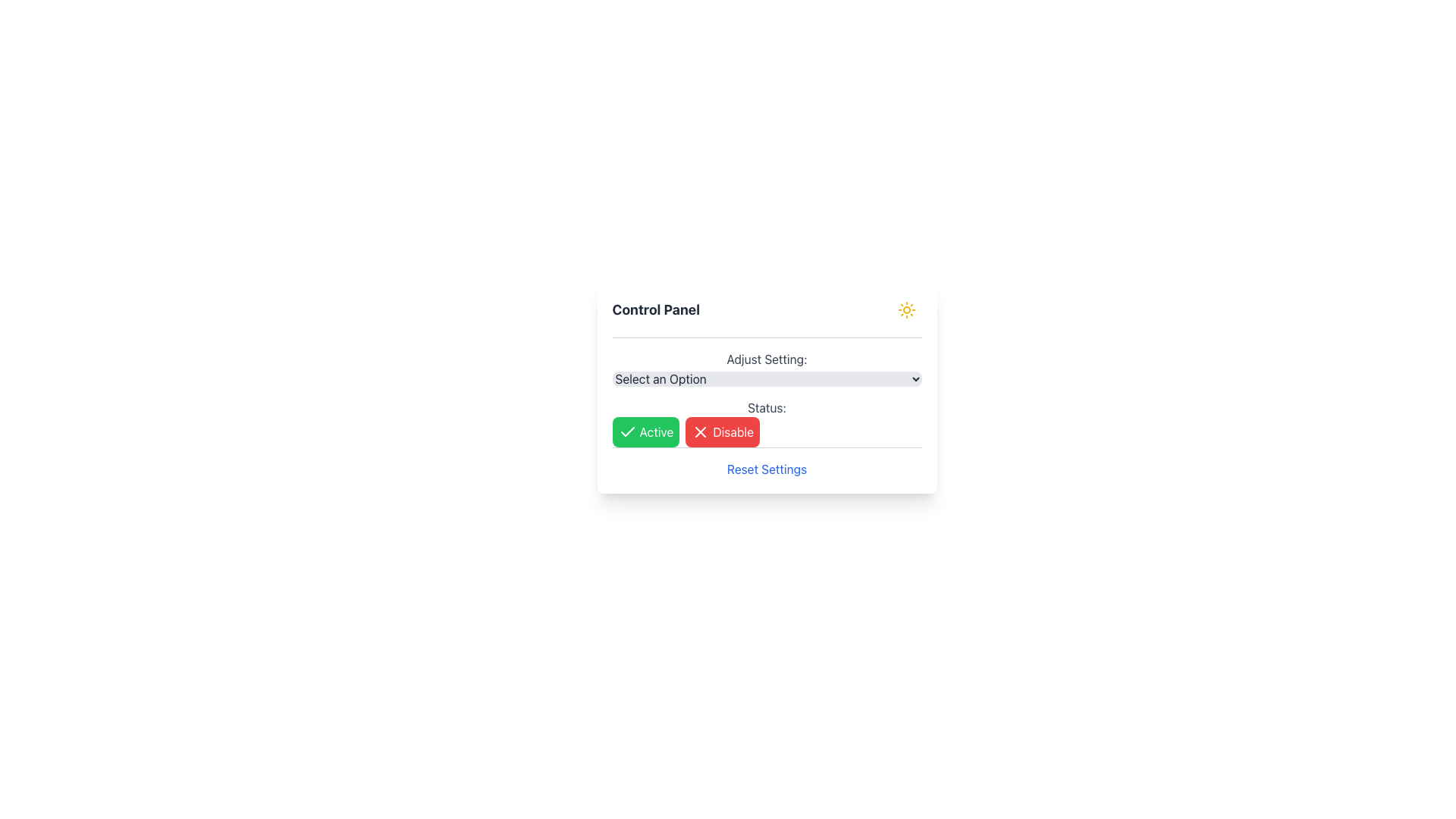 Image resolution: width=1456 pixels, height=819 pixels. What do you see at coordinates (767, 468) in the screenshot?
I see `the interactive text link labeled 'Reset Settings', which is styled with a blue-colored font and underlined, located at the bottom of the Control Panel section` at bounding box center [767, 468].